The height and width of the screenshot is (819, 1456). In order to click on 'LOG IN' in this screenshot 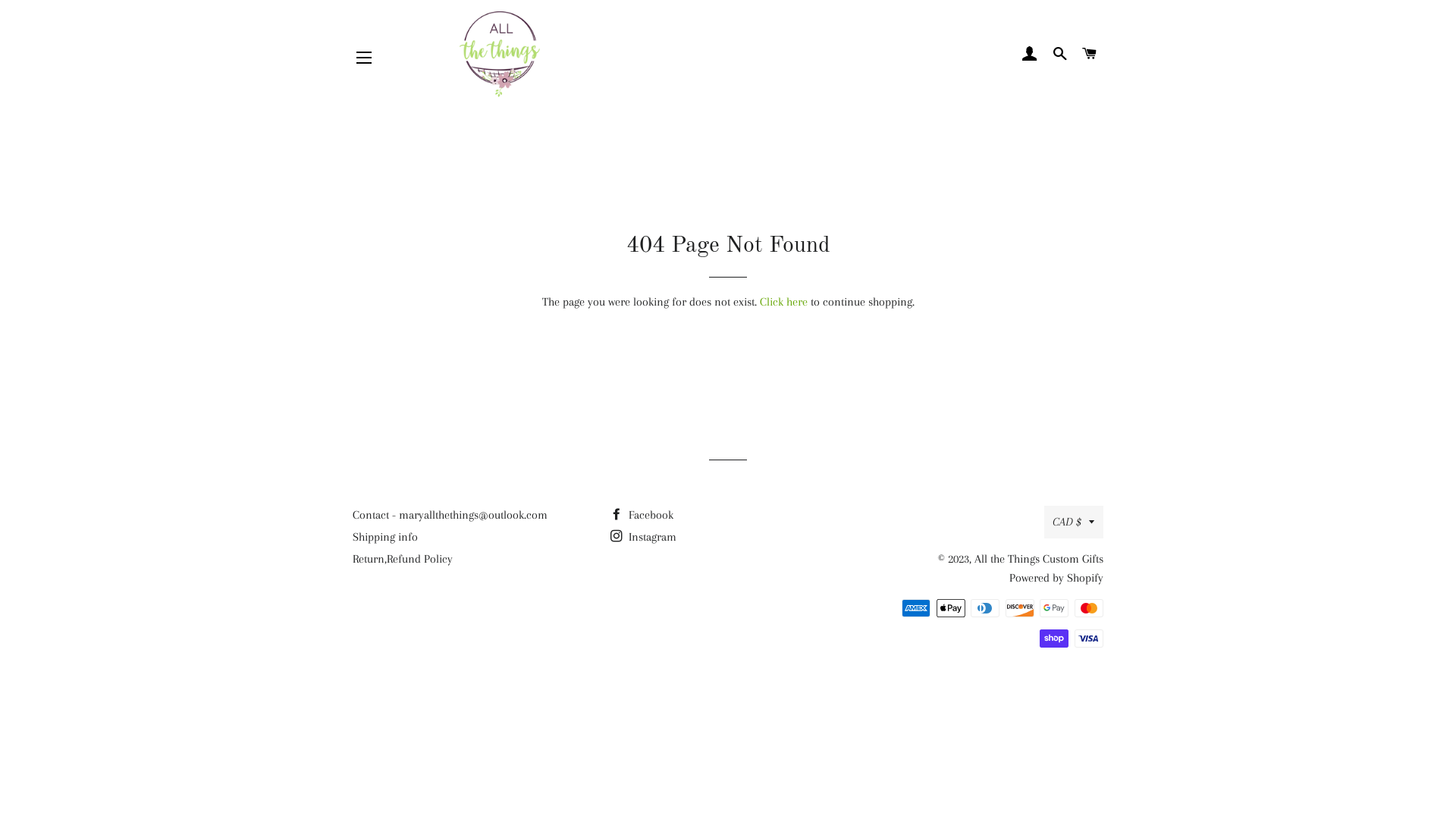, I will do `click(1030, 52)`.